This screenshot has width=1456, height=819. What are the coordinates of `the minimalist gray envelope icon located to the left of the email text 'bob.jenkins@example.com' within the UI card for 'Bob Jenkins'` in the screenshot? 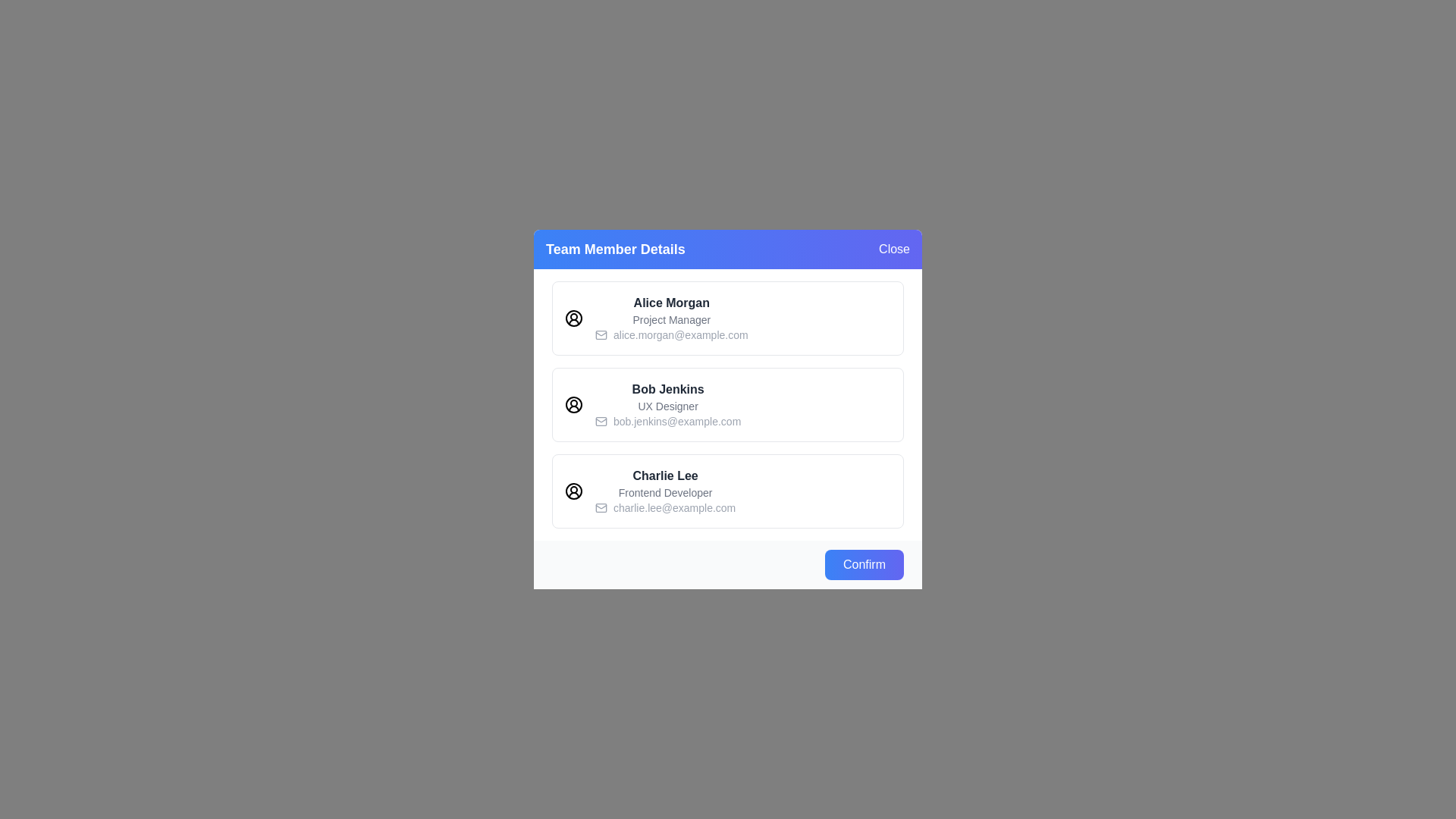 It's located at (600, 421).